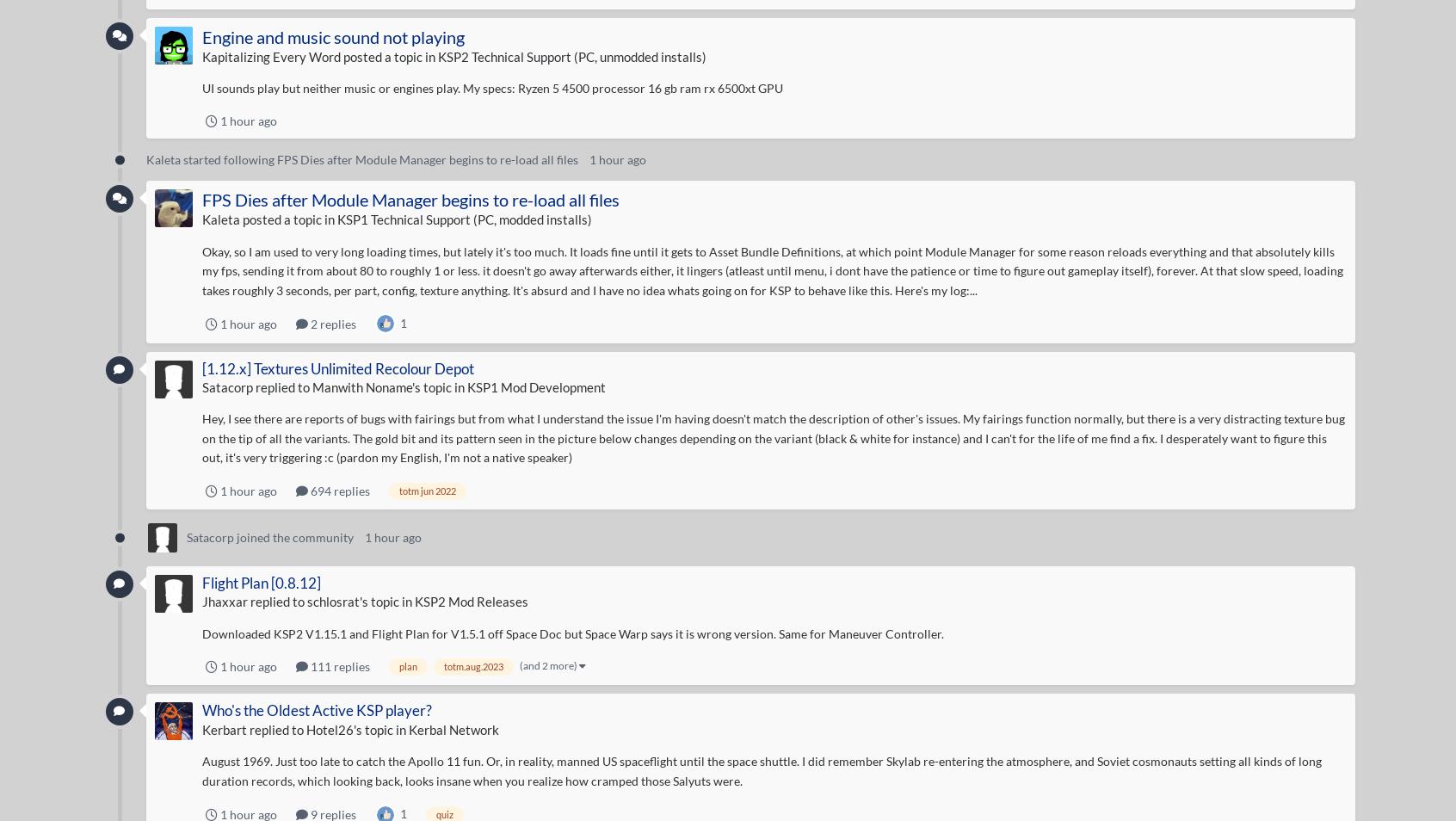 The image size is (1456, 821). What do you see at coordinates (534, 386) in the screenshot?
I see `'KSP1 Mod Development'` at bounding box center [534, 386].